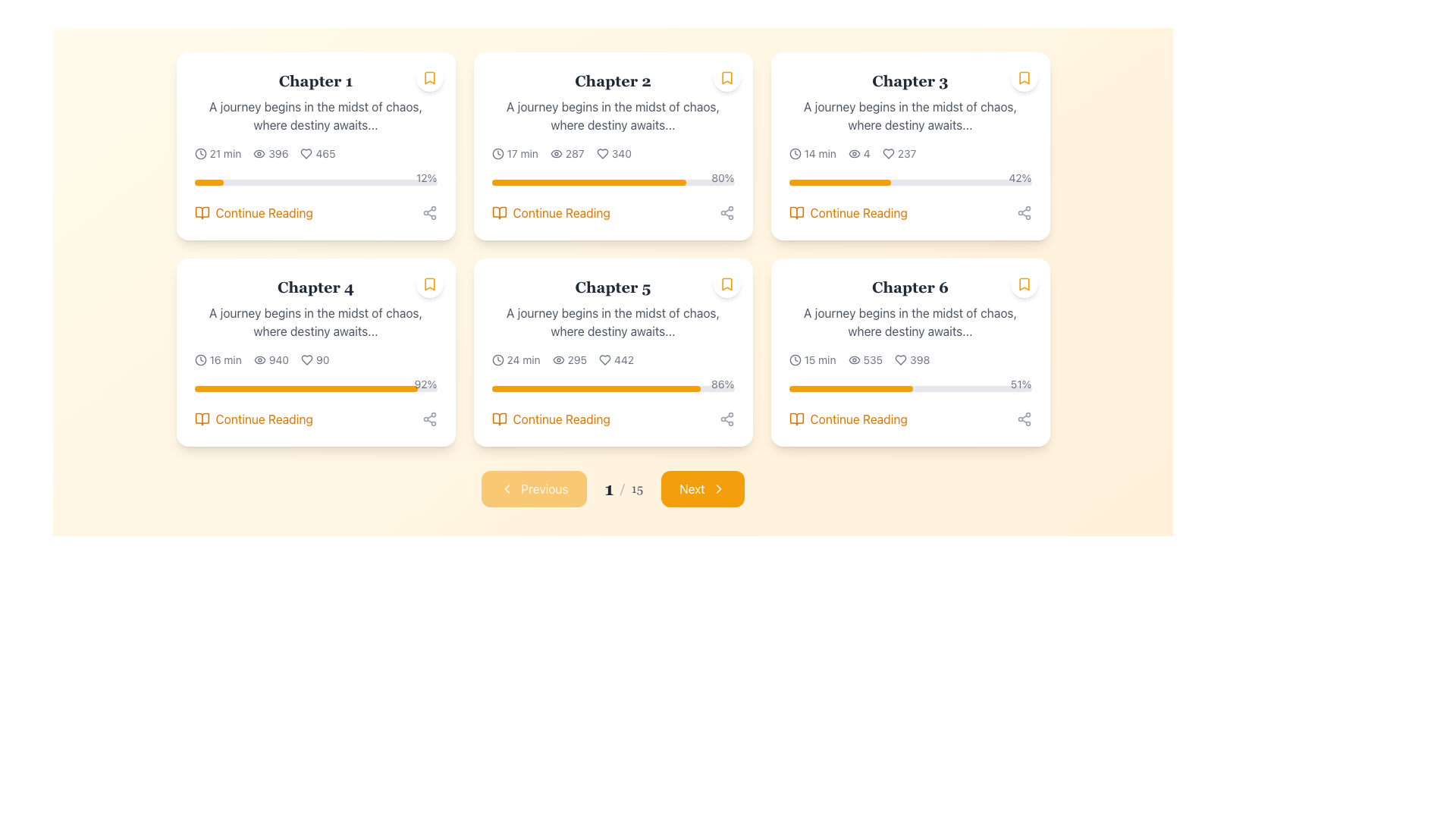 The width and height of the screenshot is (1456, 819). Describe the element at coordinates (253, 213) in the screenshot. I see `the 'Continue Reading' Link button with an open book icon, located at the bottom-left of the first card under 'Chapter 1'` at that location.